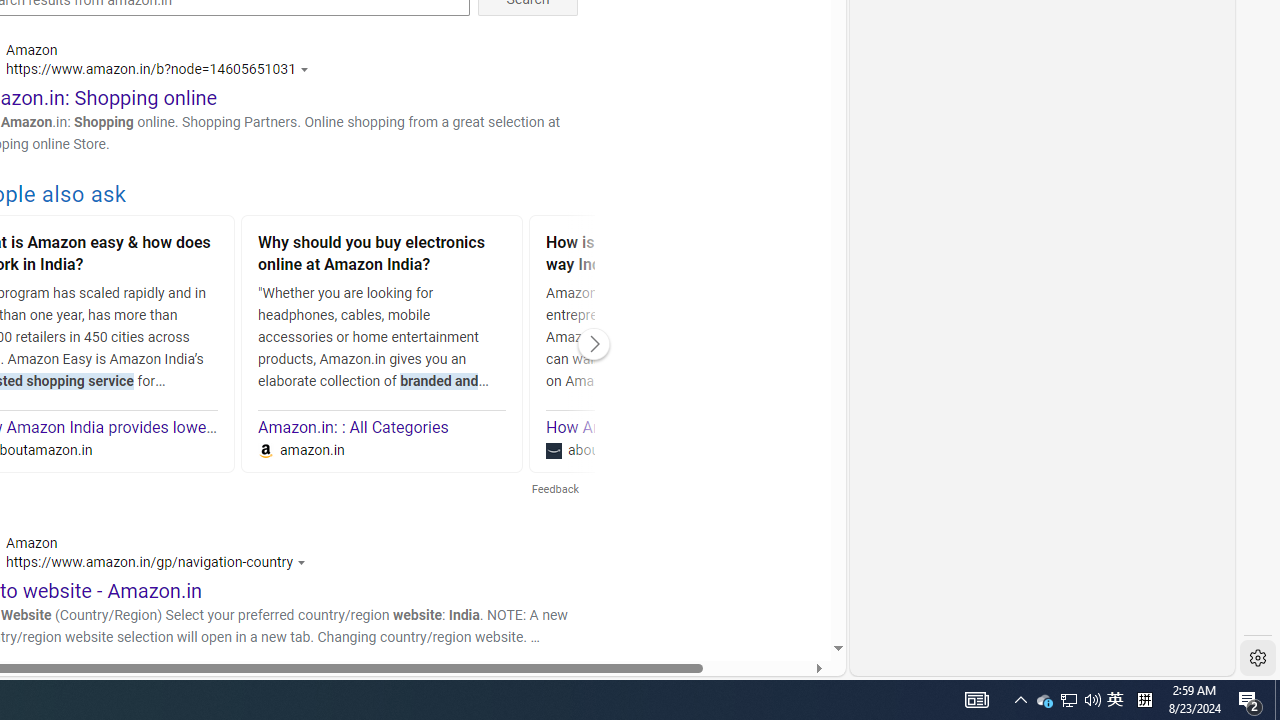  What do you see at coordinates (353, 427) in the screenshot?
I see `'Amazon.in: : All Categories'` at bounding box center [353, 427].